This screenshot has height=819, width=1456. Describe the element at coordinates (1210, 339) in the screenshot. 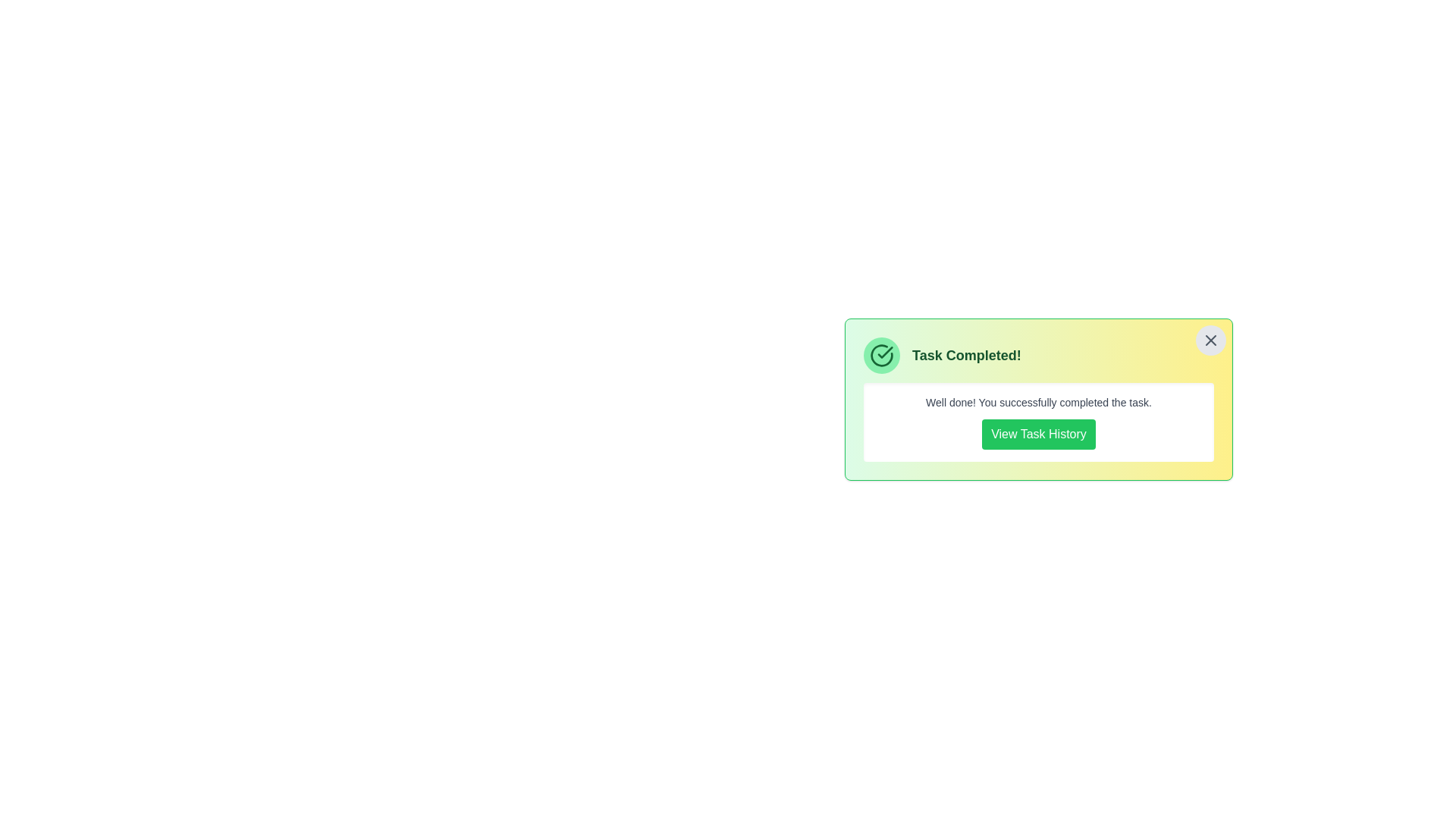

I see `the close button at the top-right corner of the alert` at that location.